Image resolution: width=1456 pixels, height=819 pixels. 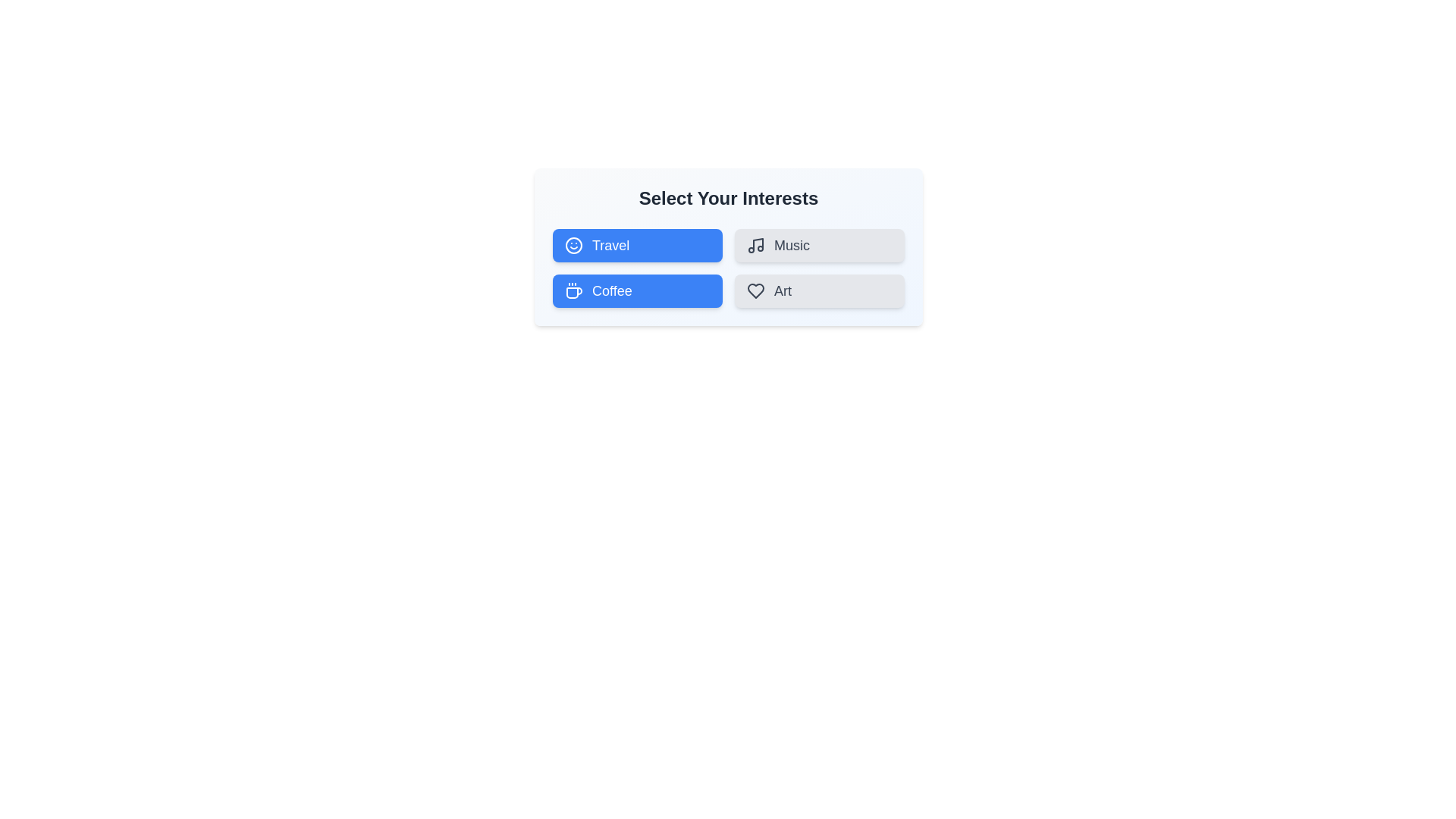 I want to click on the button labeled Travel to observe its hover effect, so click(x=637, y=245).